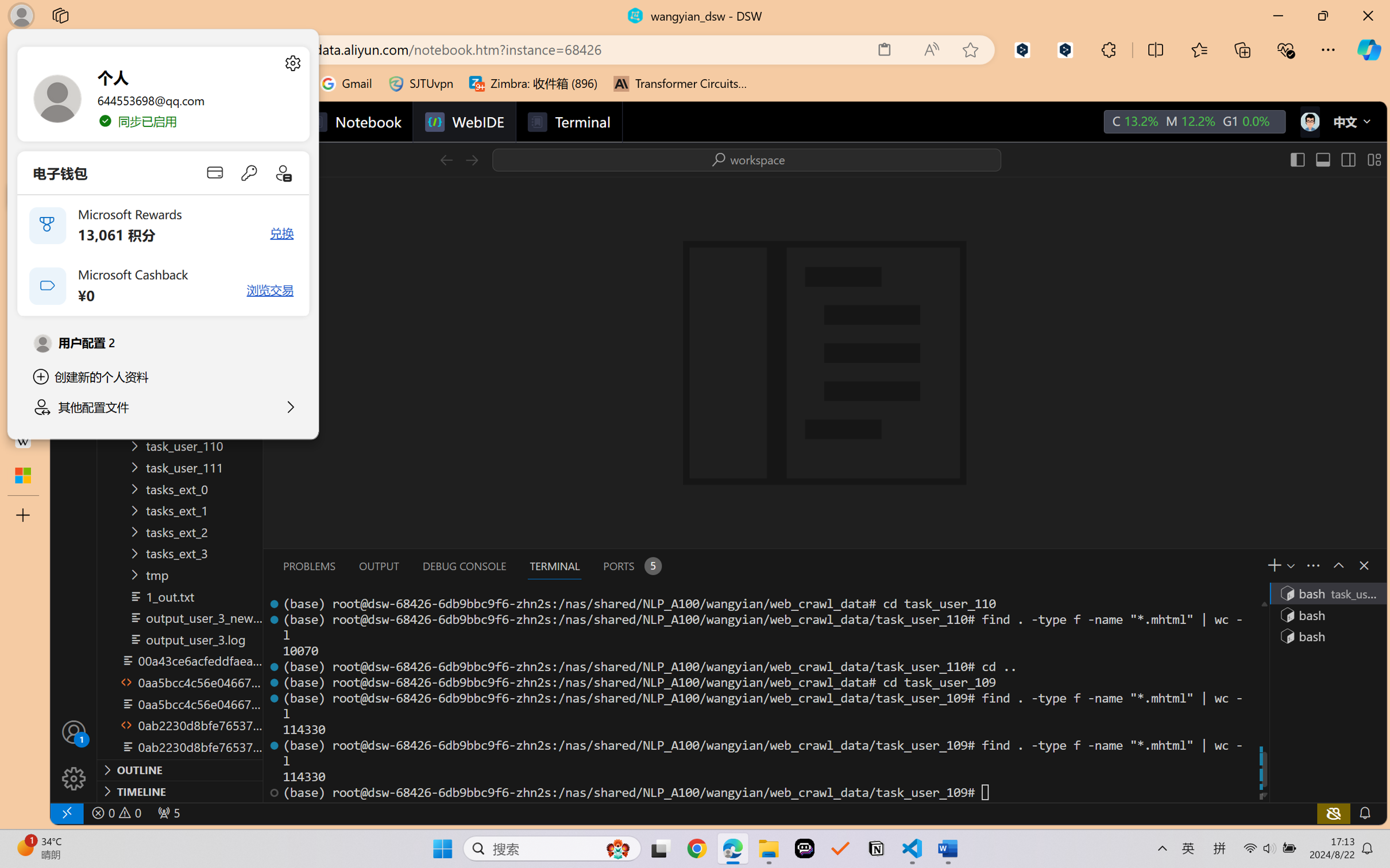 The image size is (1390, 868). What do you see at coordinates (1334, 159) in the screenshot?
I see `'Title actions'` at bounding box center [1334, 159].